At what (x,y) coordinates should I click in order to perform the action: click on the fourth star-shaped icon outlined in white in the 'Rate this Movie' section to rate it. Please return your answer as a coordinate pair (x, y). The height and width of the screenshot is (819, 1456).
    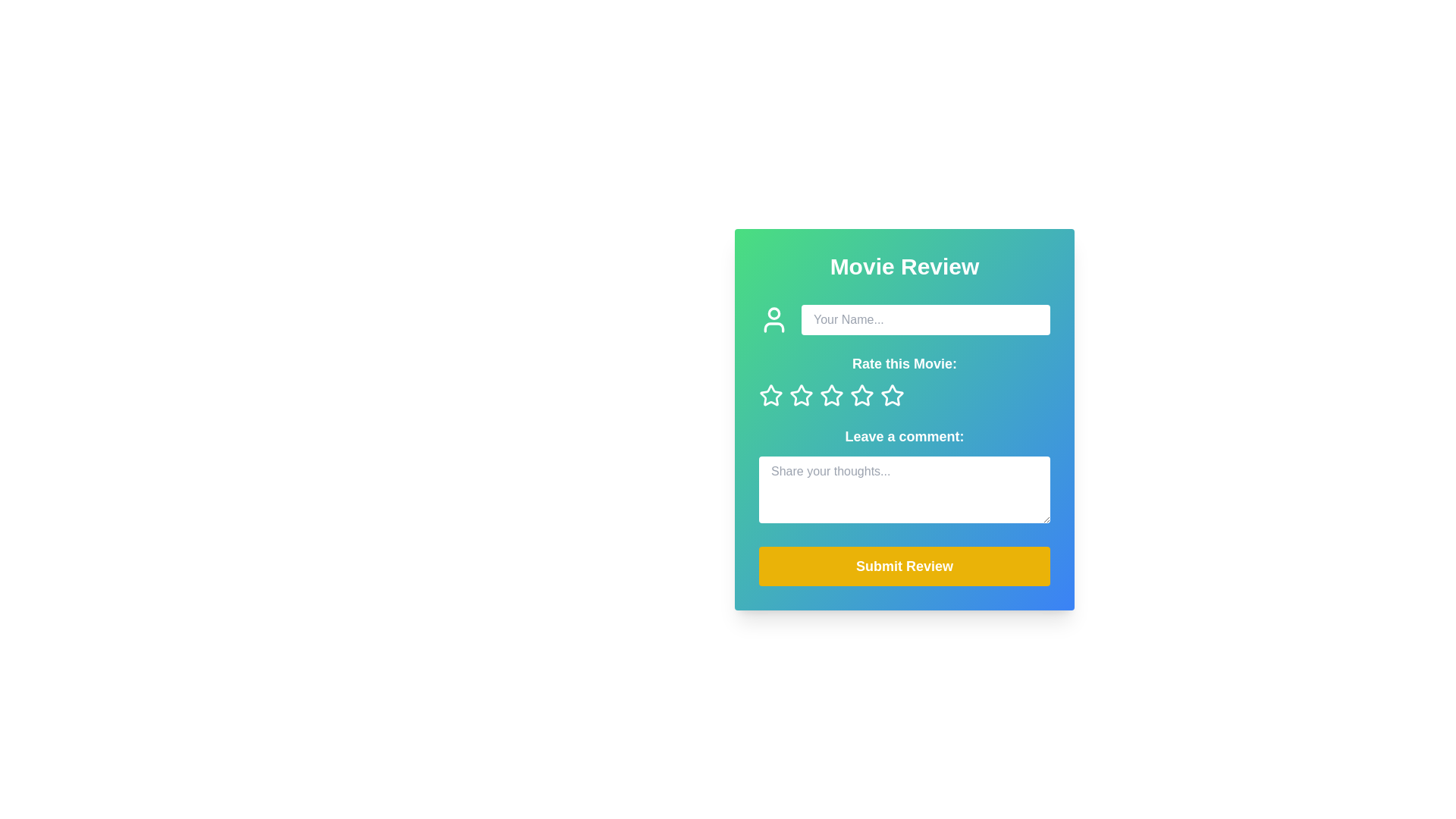
    Looking at the image, I should click on (831, 394).